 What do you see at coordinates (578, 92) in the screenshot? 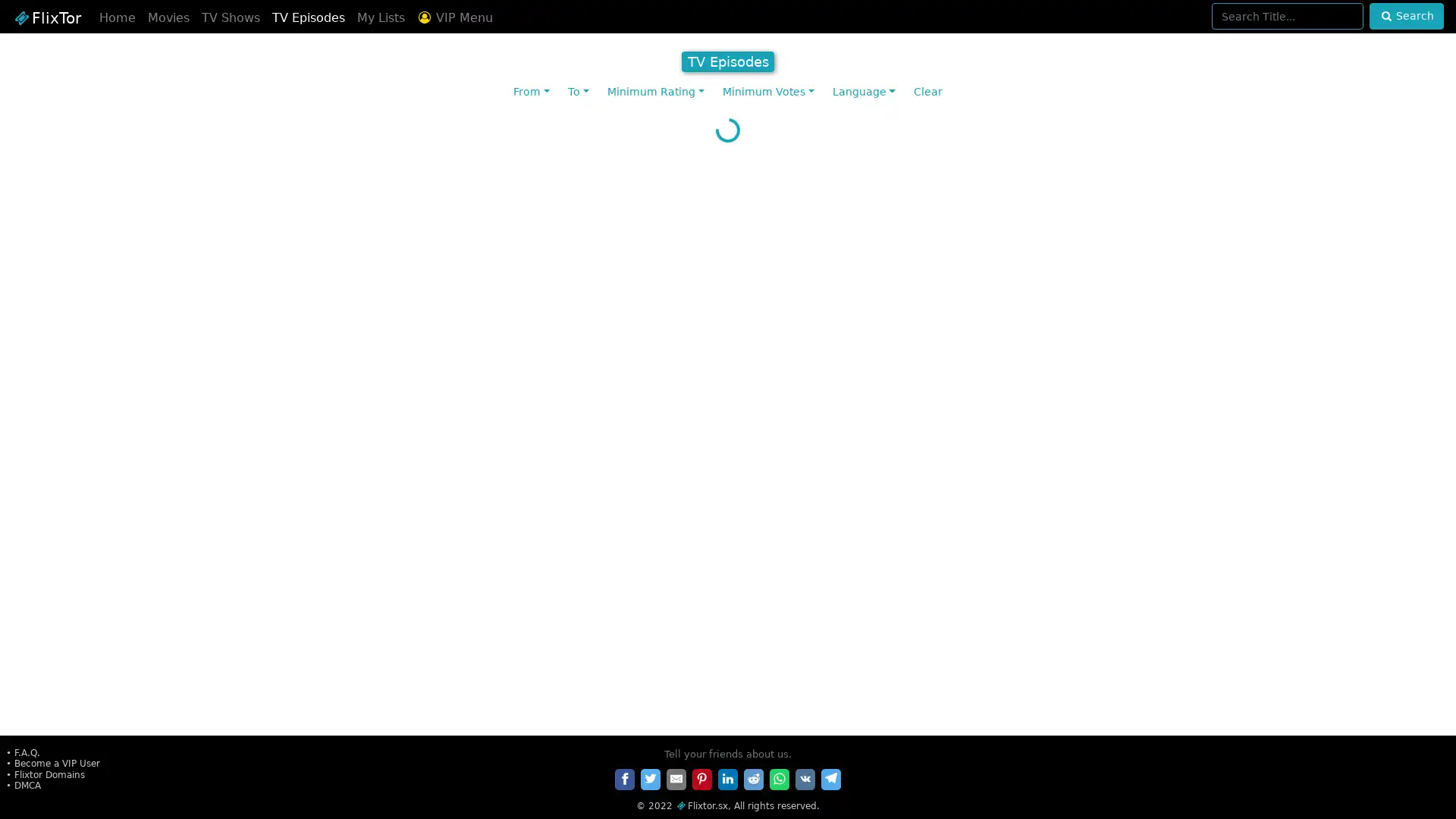
I see `To` at bounding box center [578, 92].